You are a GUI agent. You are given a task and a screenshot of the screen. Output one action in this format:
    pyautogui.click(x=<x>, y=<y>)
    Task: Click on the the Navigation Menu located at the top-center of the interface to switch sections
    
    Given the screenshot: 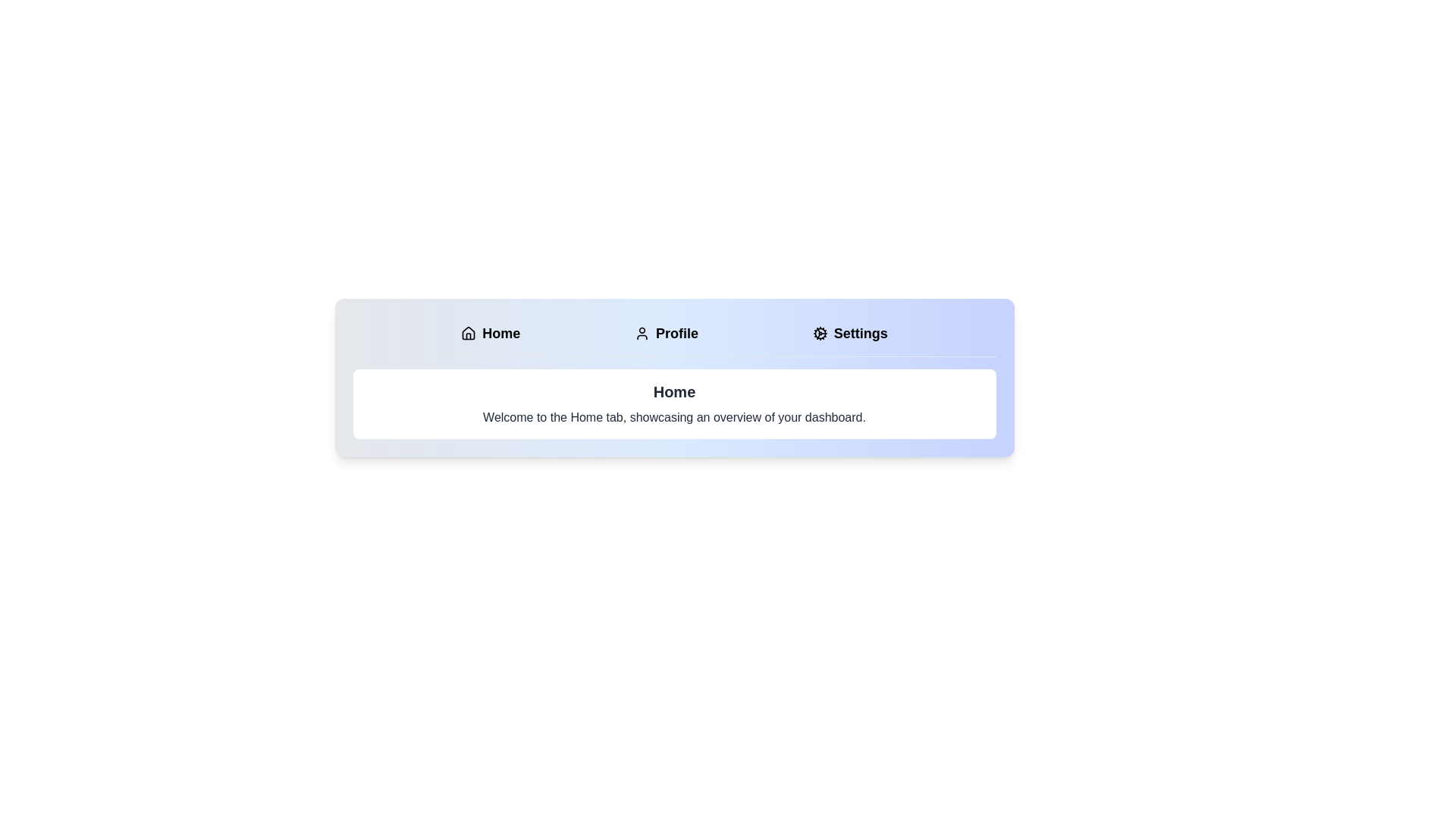 What is the action you would take?
    pyautogui.click(x=673, y=336)
    